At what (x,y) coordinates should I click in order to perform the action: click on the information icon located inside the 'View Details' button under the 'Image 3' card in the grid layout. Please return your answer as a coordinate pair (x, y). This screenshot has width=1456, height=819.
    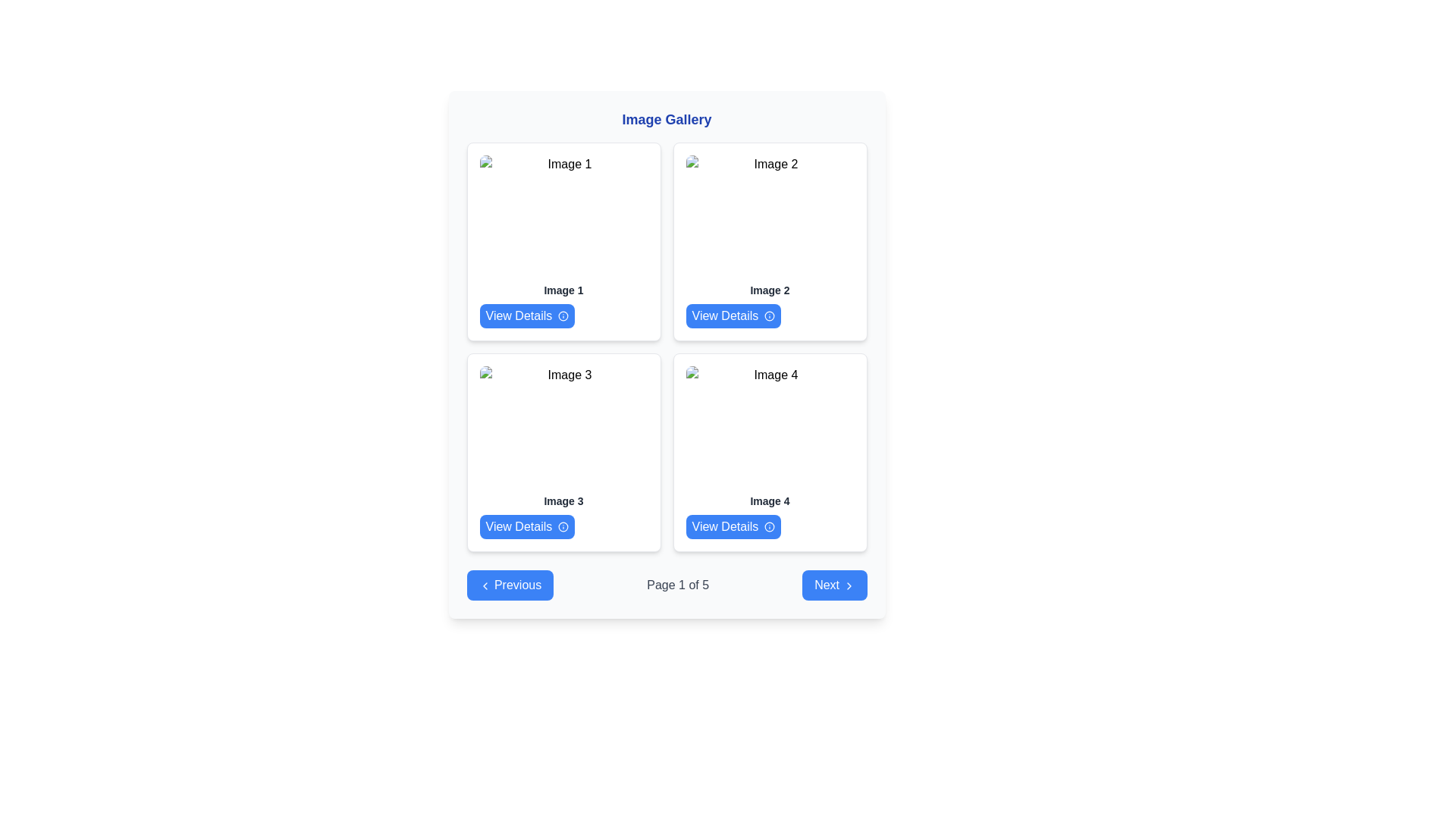
    Looking at the image, I should click on (563, 526).